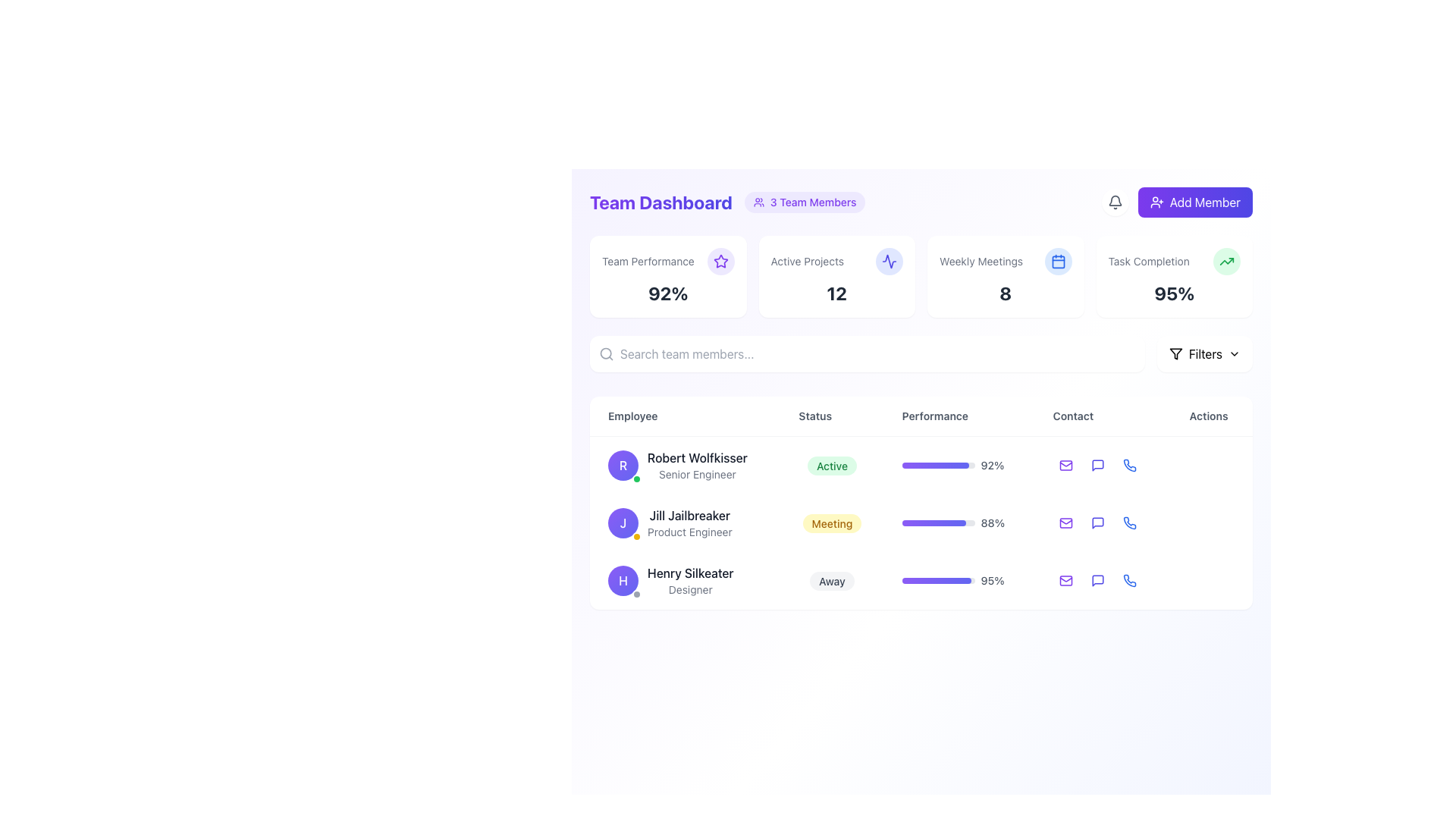  Describe the element at coordinates (720, 260) in the screenshot. I see `the stylized five-point star icon outlined in purple, located within the 'Team Performance' card on the 'Team Dashboard' interface` at that location.